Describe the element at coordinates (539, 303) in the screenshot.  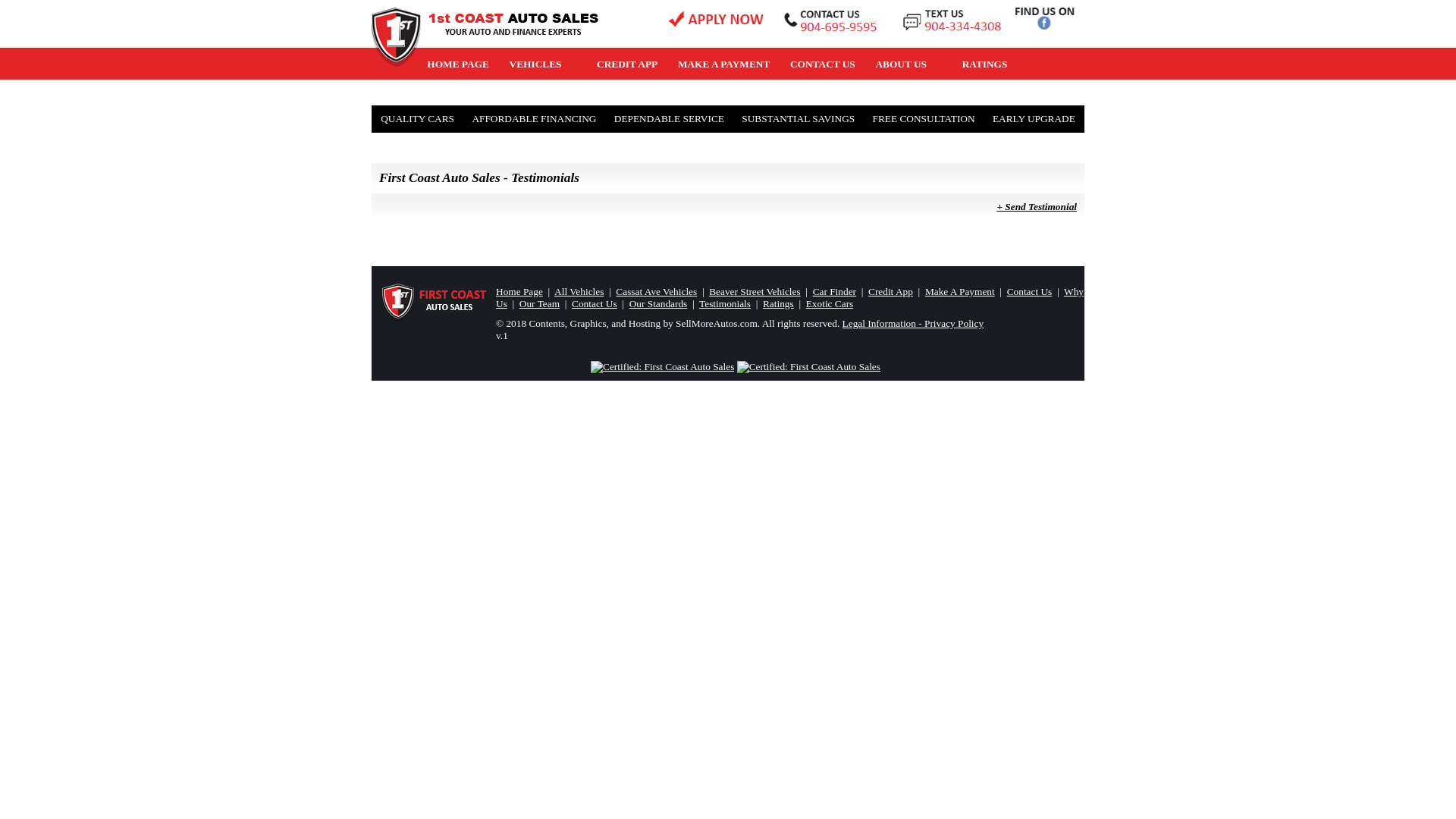
I see `'Our Team'` at that location.